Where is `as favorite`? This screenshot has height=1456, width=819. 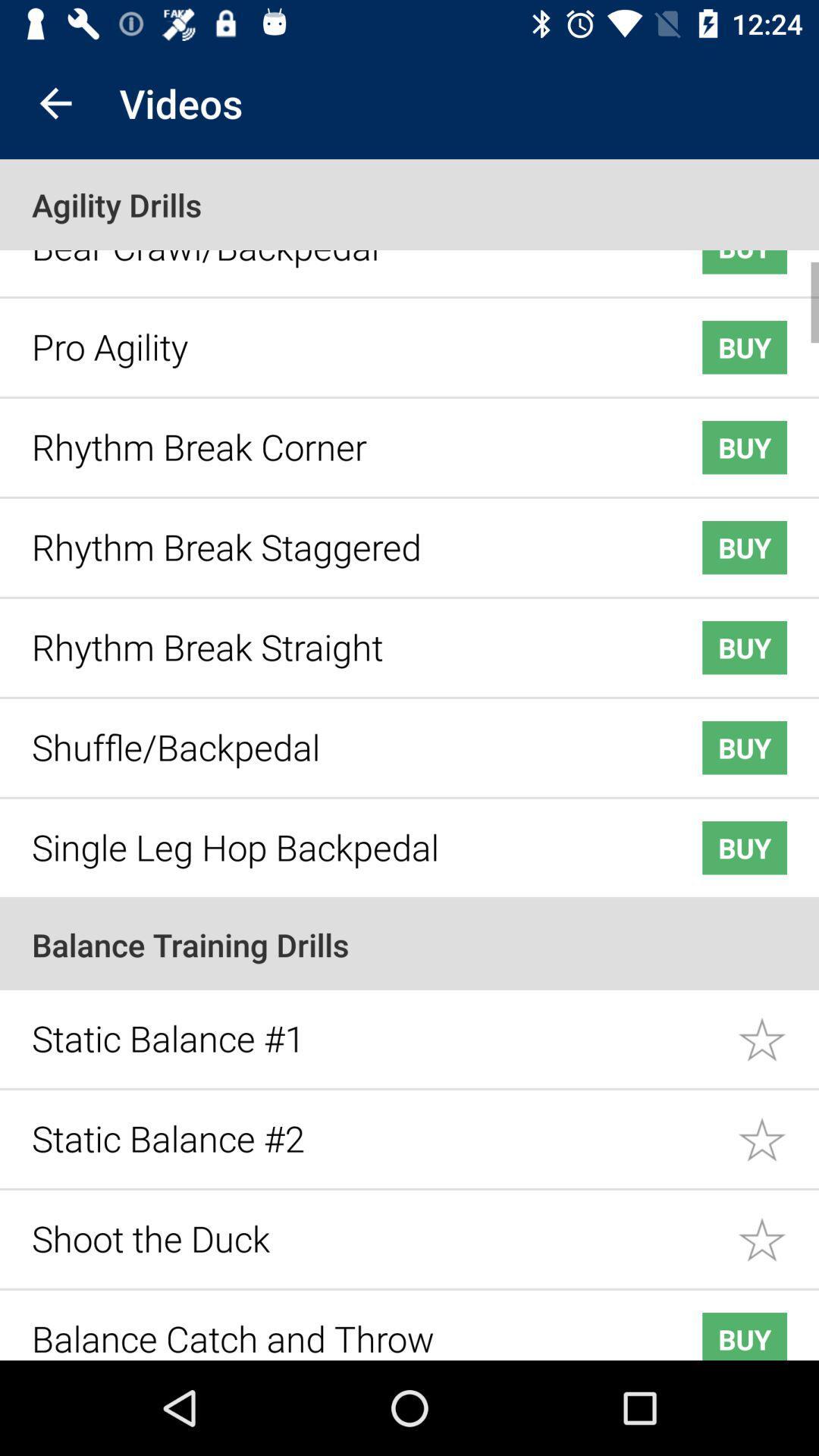
as favorite is located at coordinates (778, 1128).